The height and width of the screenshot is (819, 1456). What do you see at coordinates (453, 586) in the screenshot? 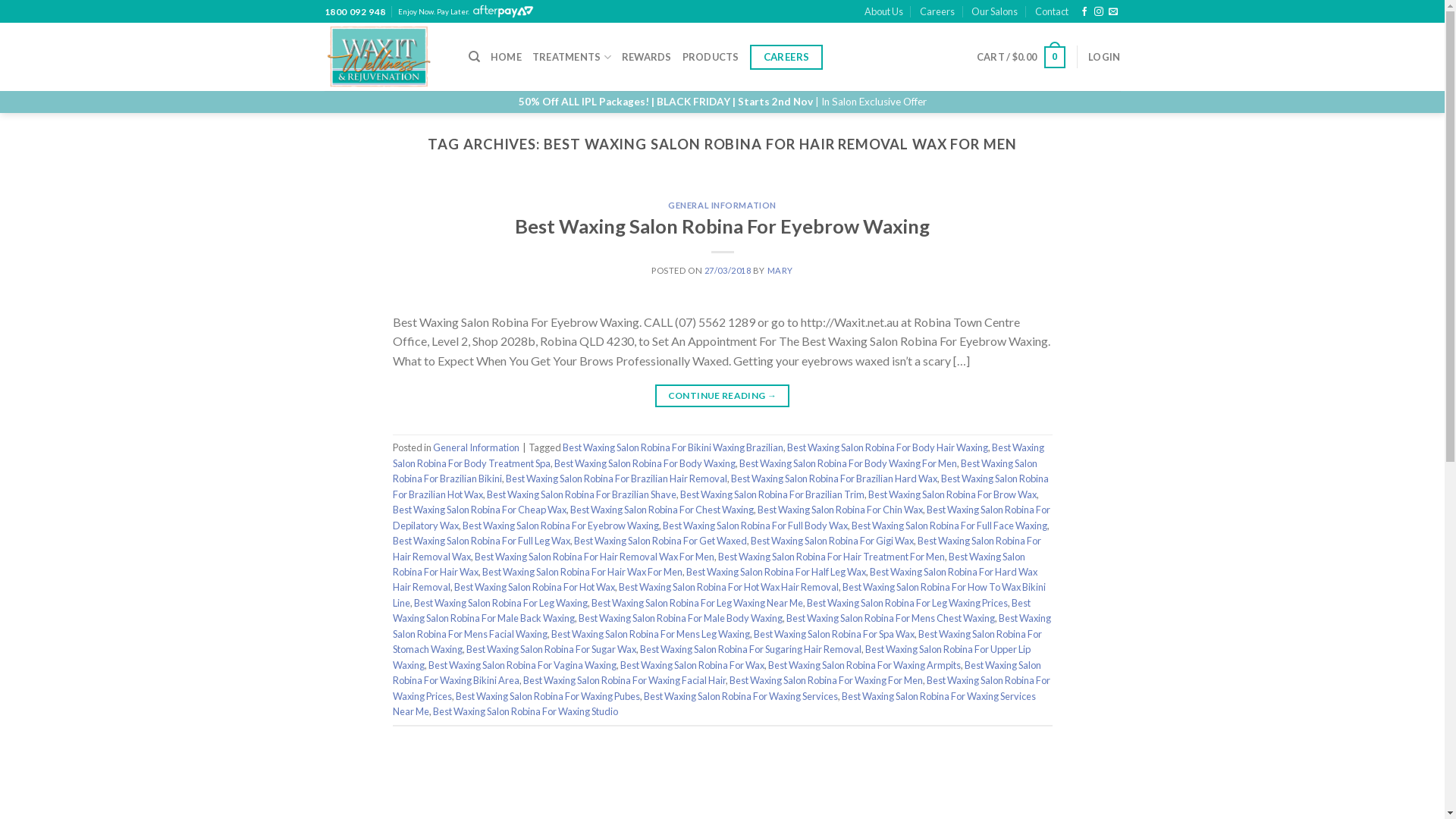
I see `'Best Waxing Salon Robina For Hot Wax'` at bounding box center [453, 586].